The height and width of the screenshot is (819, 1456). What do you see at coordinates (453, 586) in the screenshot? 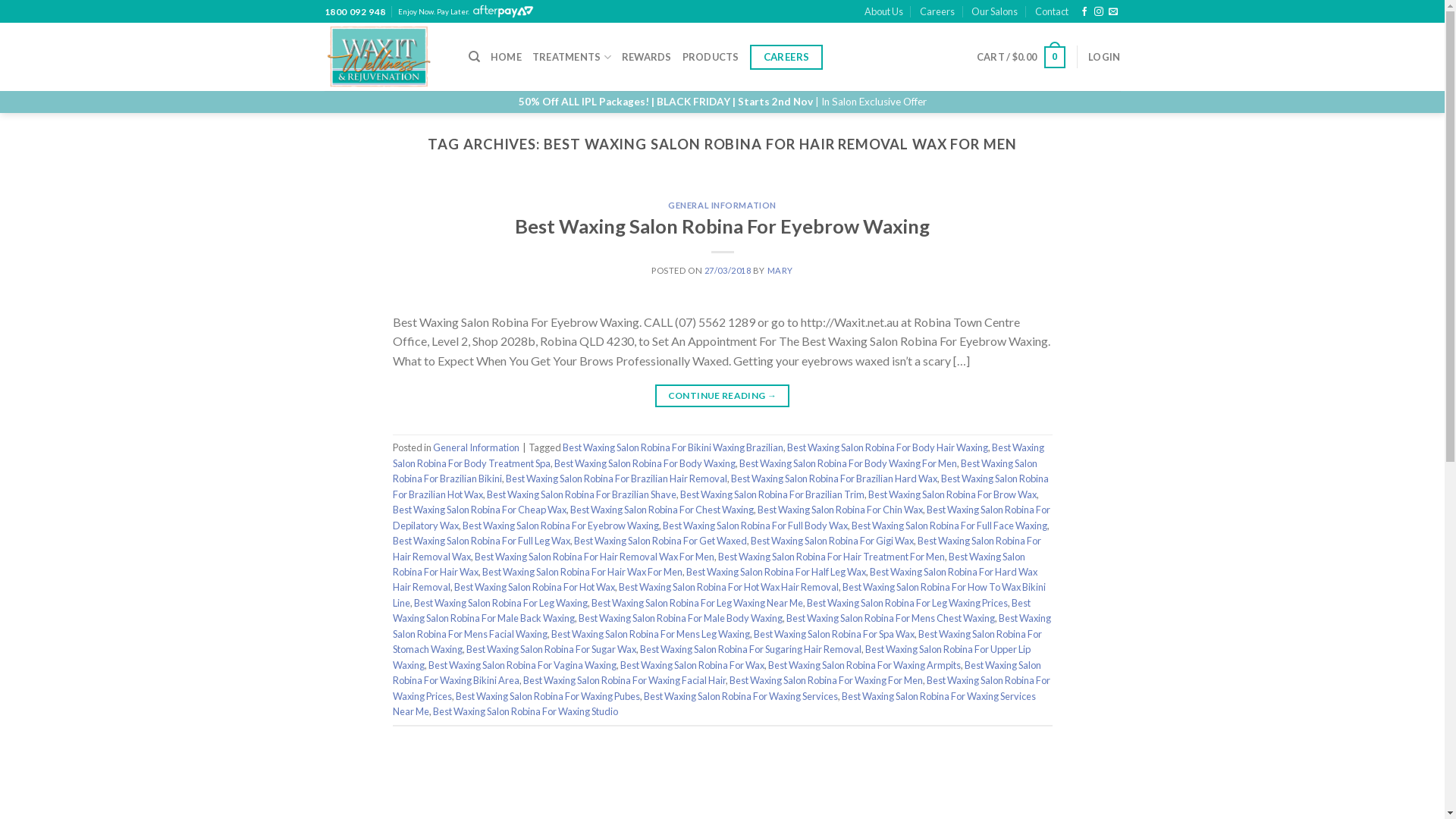
I see `'Best Waxing Salon Robina For Hot Wax'` at bounding box center [453, 586].